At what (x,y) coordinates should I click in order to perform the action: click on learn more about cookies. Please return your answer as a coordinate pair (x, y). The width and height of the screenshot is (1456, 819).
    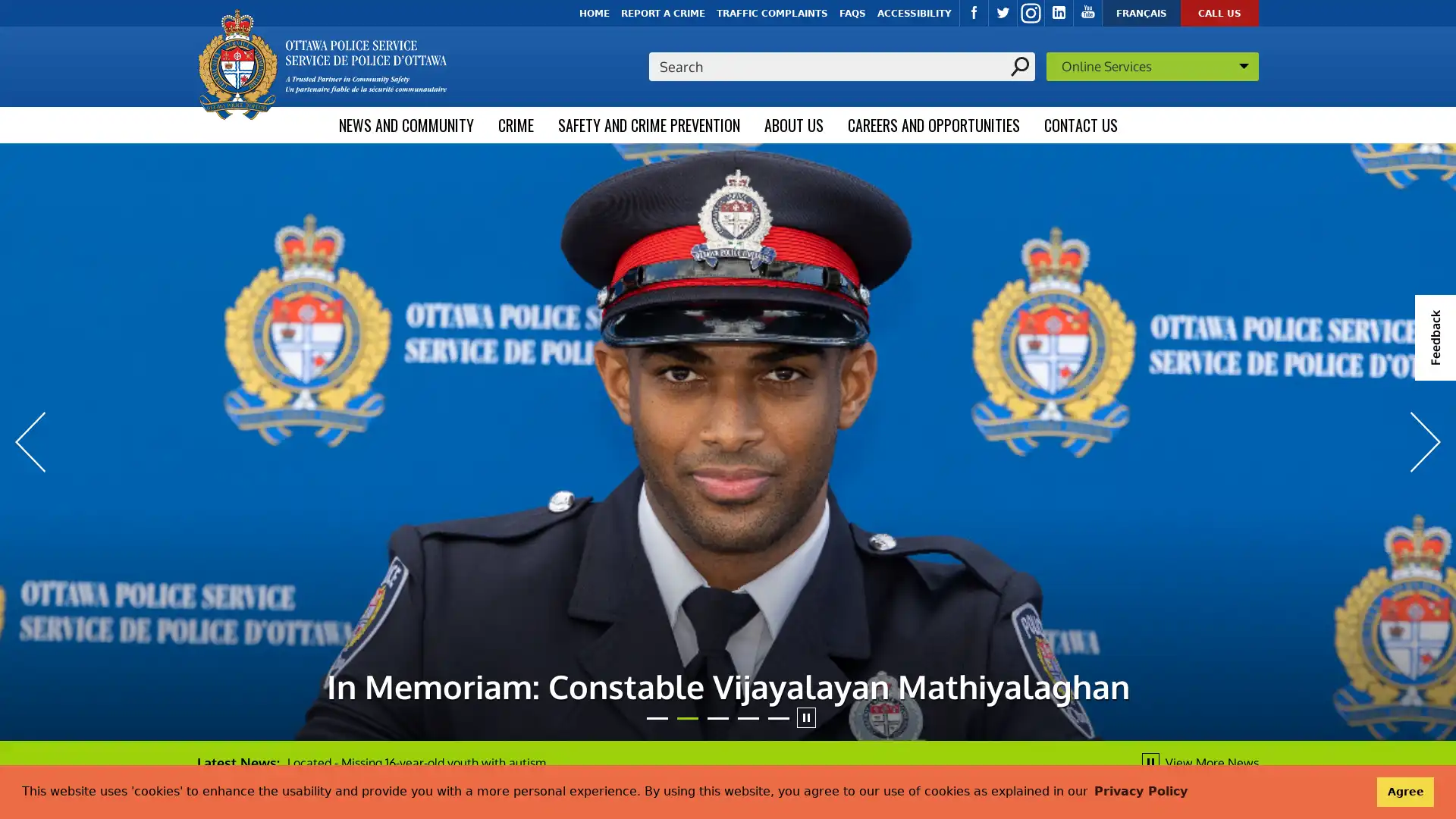
    Looking at the image, I should click on (1140, 791).